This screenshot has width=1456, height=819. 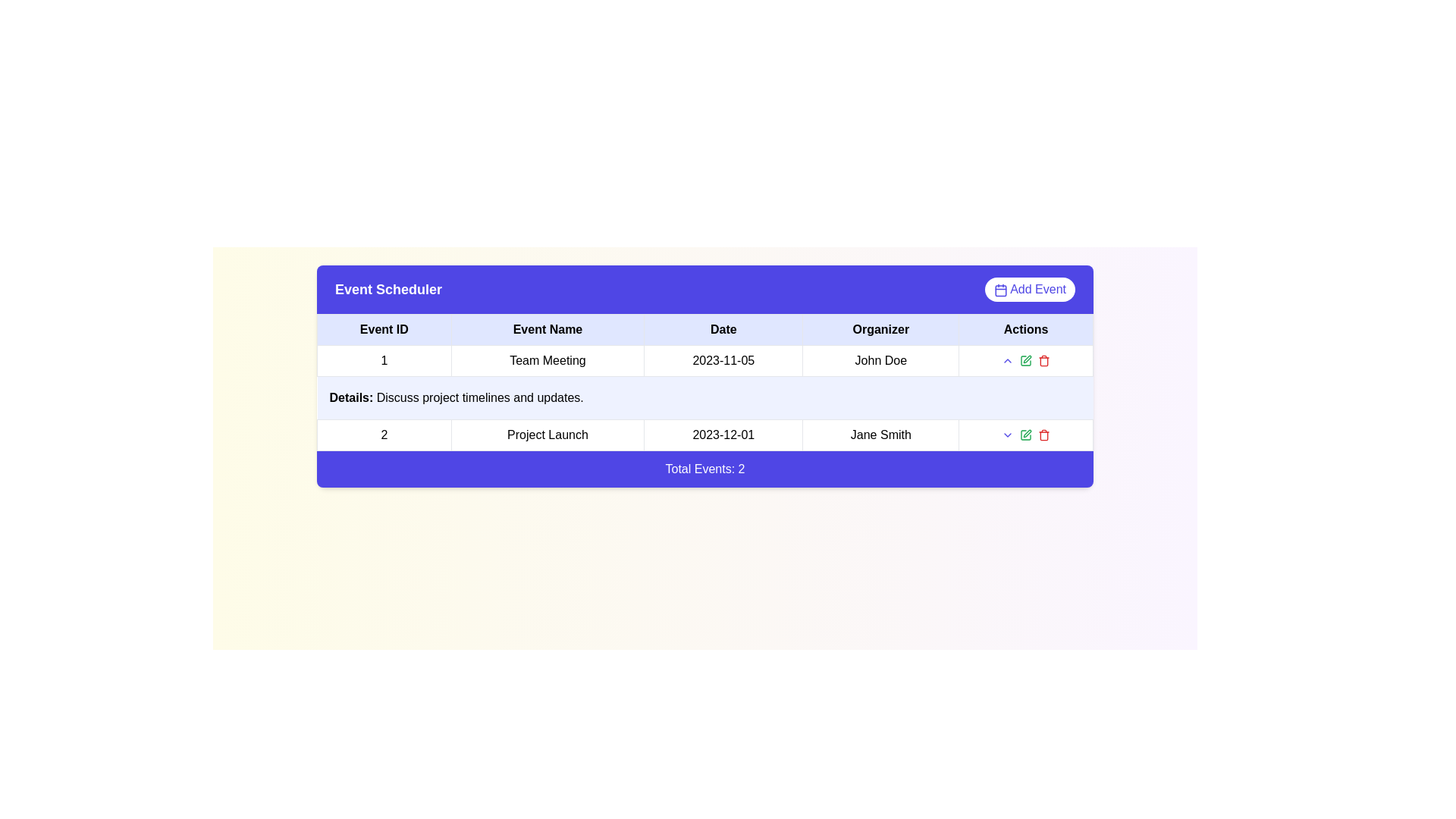 What do you see at coordinates (547, 435) in the screenshot?
I see `the Text Label for the event 'Project Launch', located in the second row of the 'Event Scheduler' table under the 'Event Name' column` at bounding box center [547, 435].